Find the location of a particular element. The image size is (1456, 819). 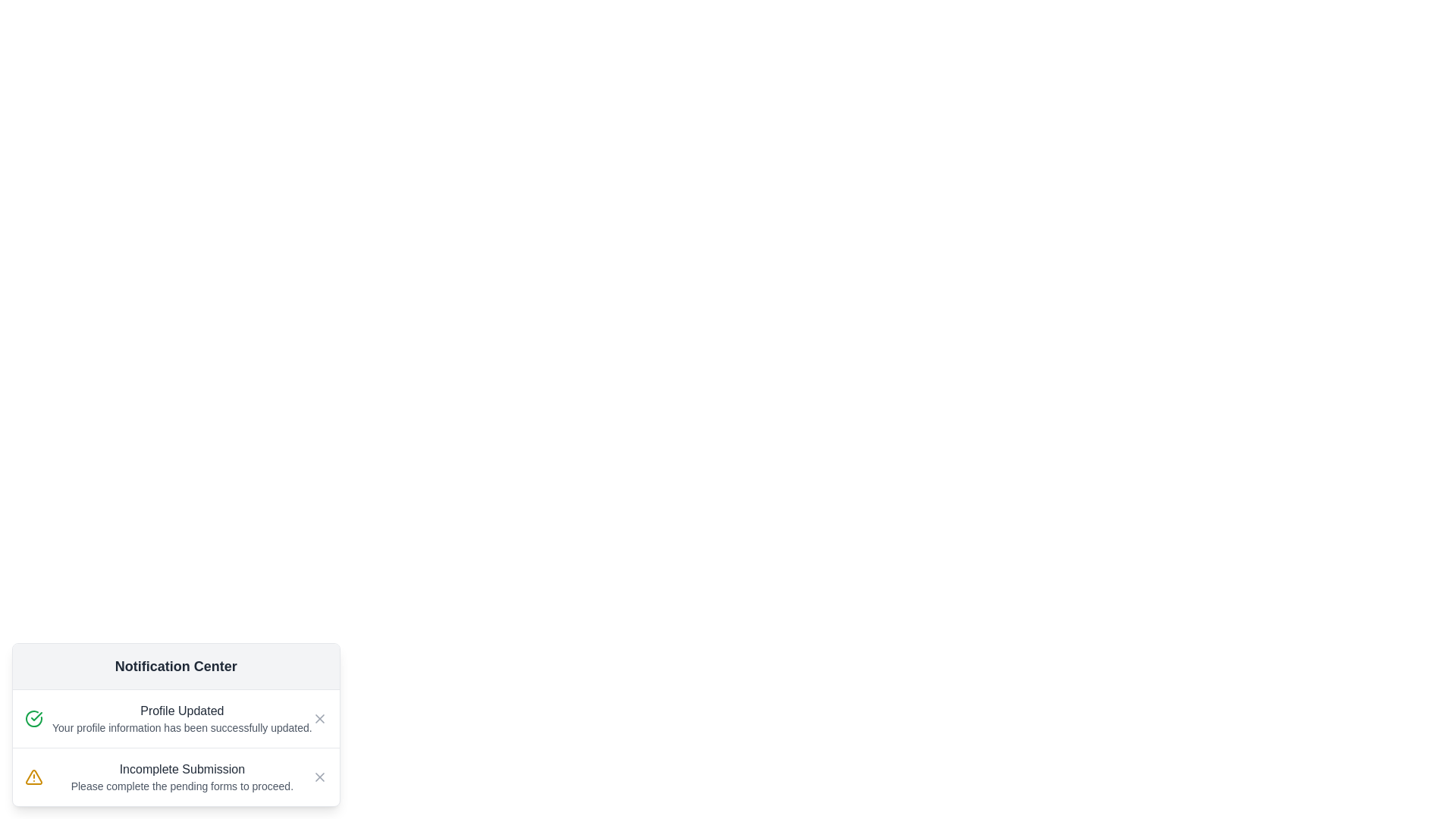

text displayed in the second notification card regarding incomplete submission in the Notification Center is located at coordinates (176, 777).